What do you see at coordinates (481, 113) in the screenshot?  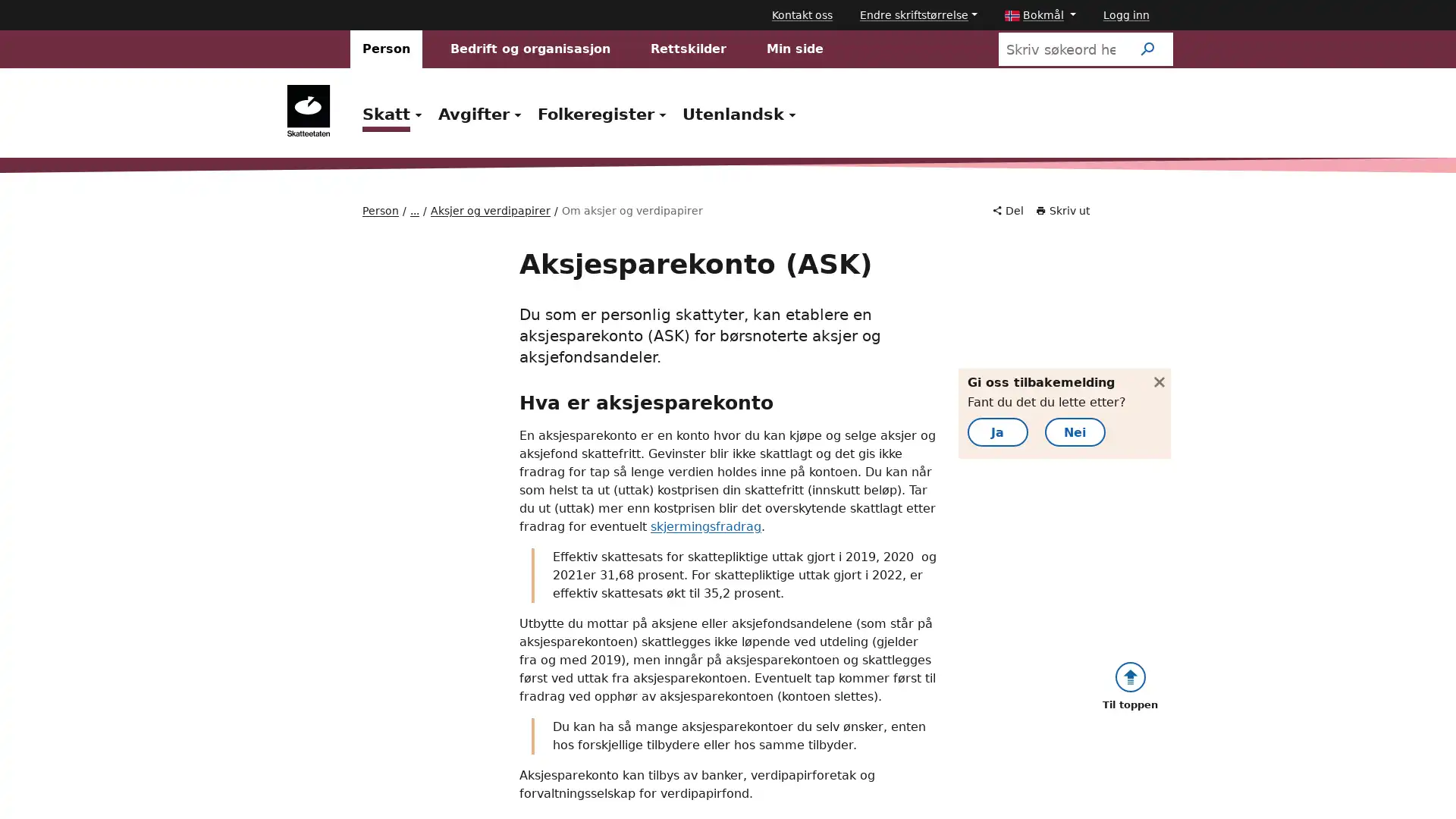 I see `Avgifter` at bounding box center [481, 113].